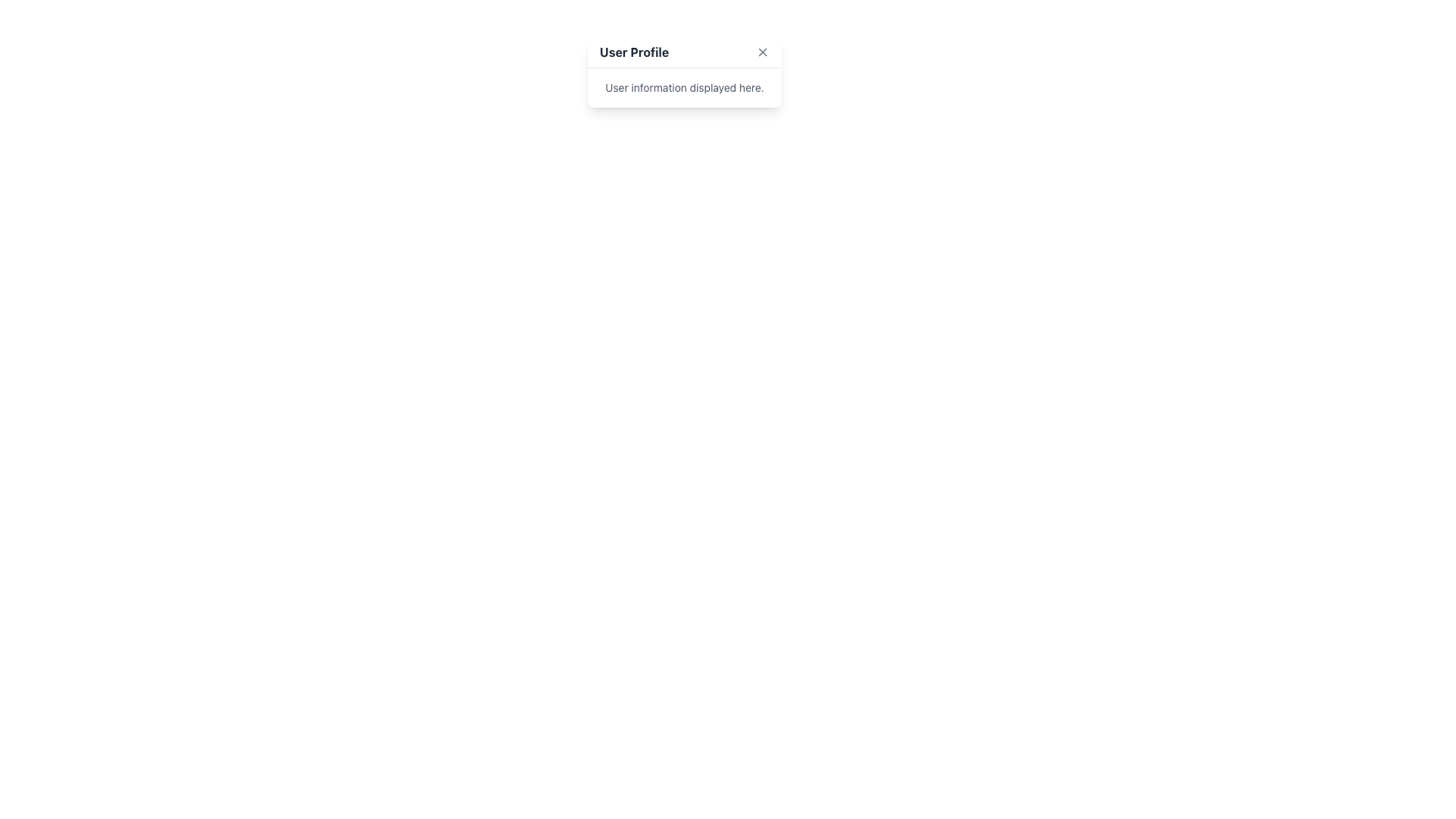  What do you see at coordinates (763, 51) in the screenshot?
I see `the close button located in the top-right corner of the 'User Profile' component` at bounding box center [763, 51].